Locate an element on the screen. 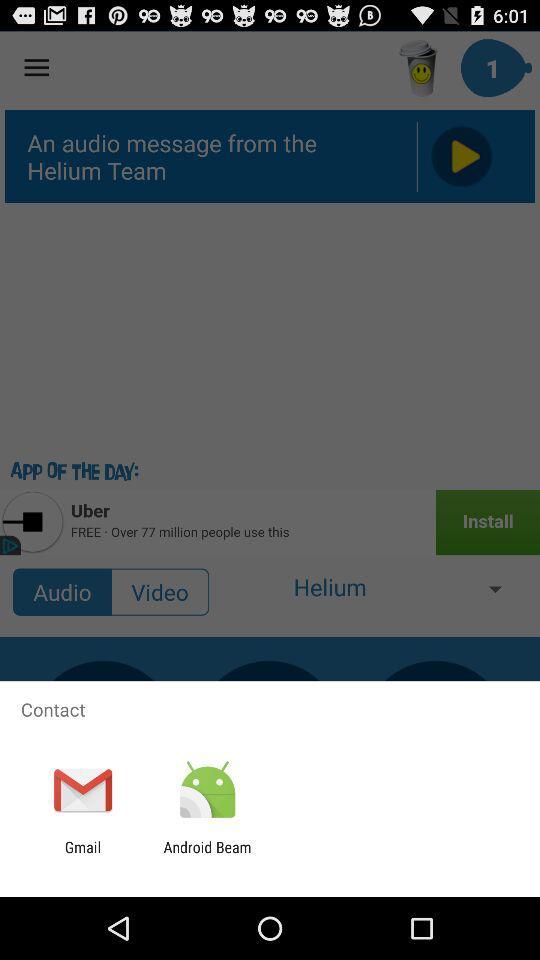 The image size is (540, 960). the app next to gmail icon is located at coordinates (206, 855).